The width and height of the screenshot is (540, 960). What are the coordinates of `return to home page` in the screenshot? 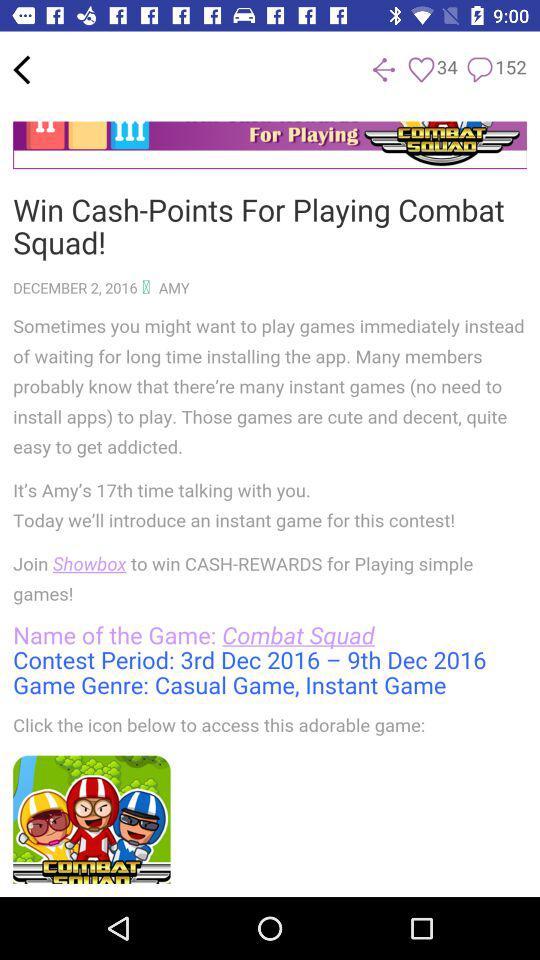 It's located at (20, 69).